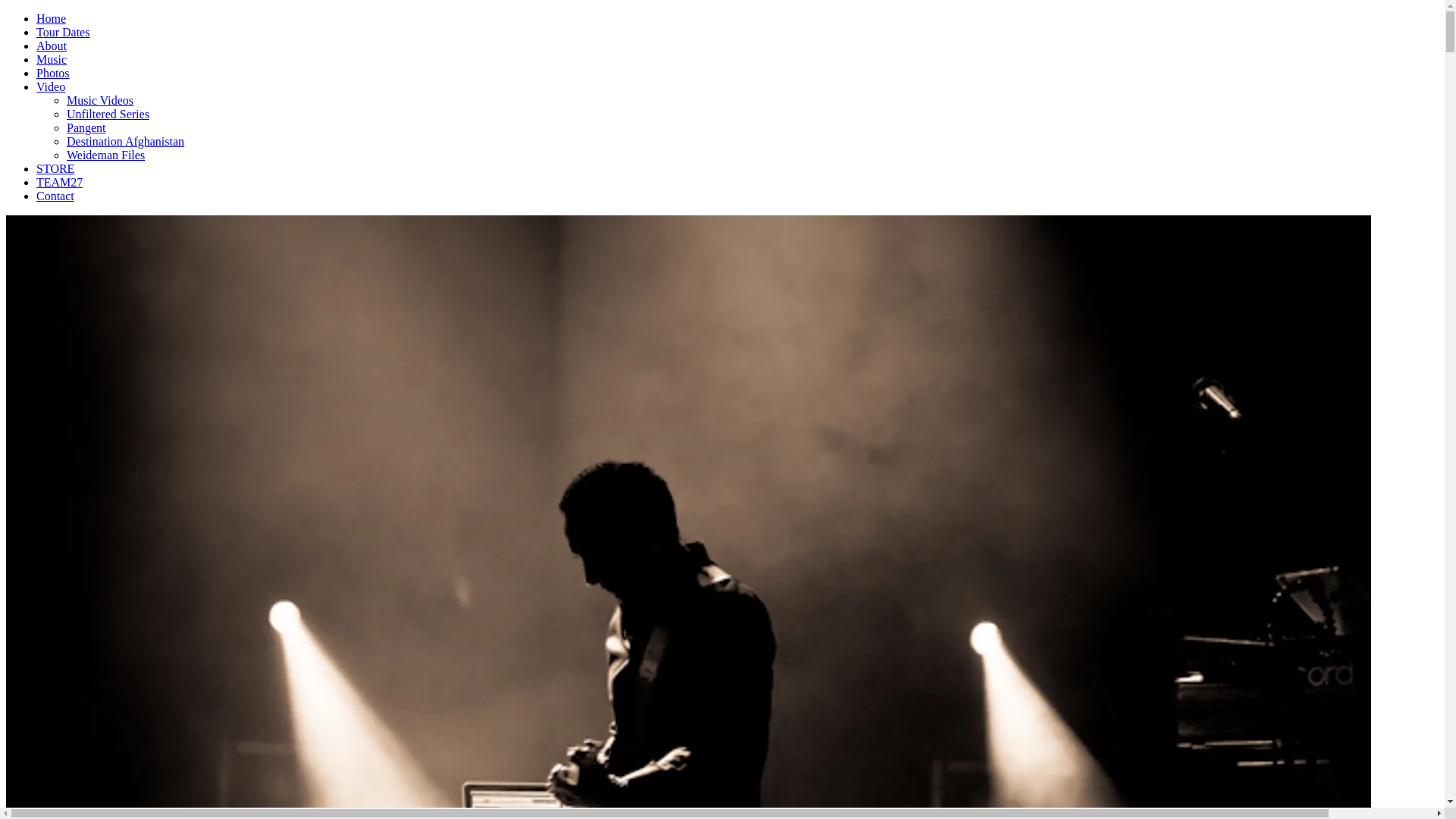  What do you see at coordinates (125, 141) in the screenshot?
I see `'Destination Afghanistan'` at bounding box center [125, 141].